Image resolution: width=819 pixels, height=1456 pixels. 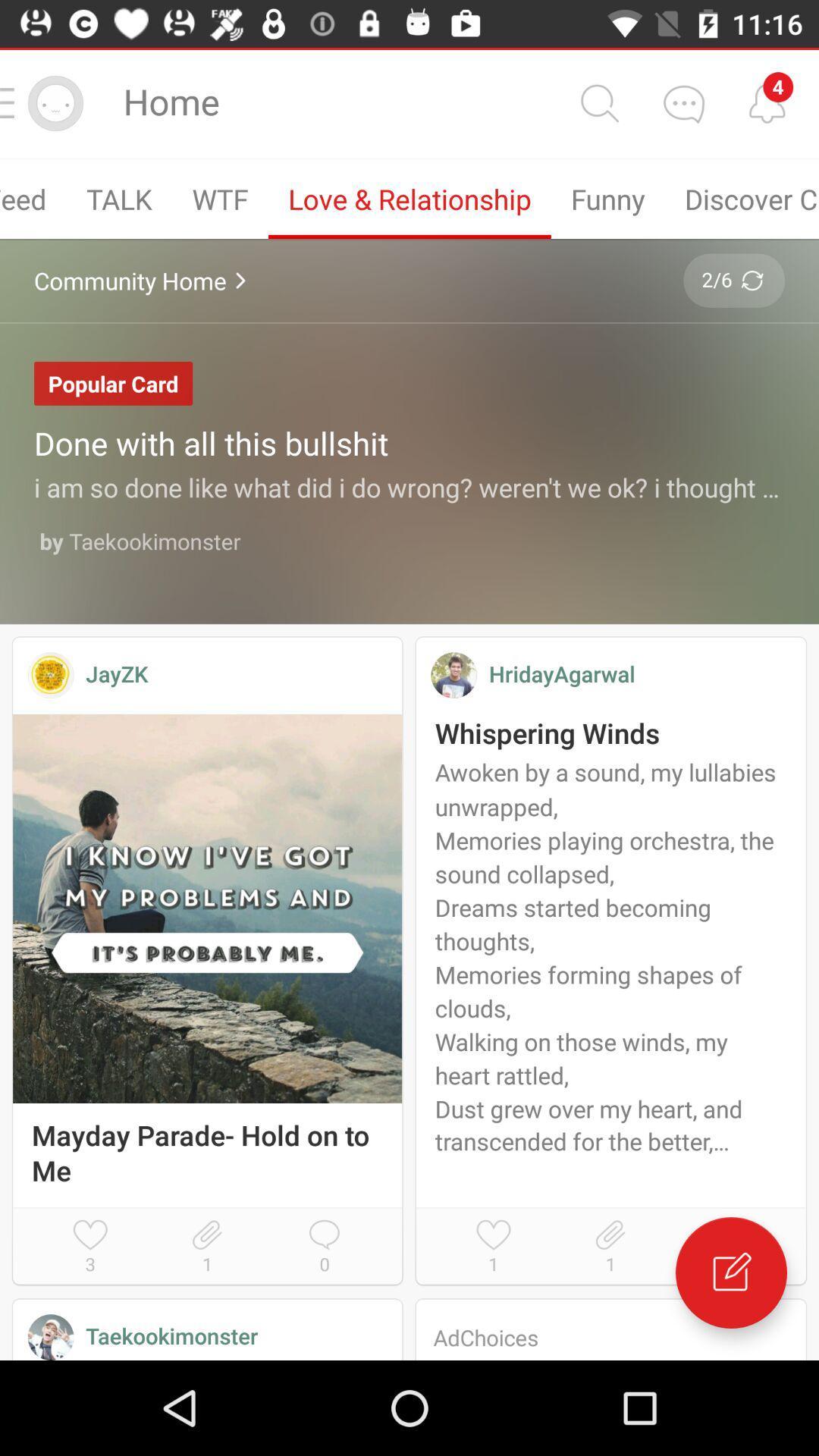 I want to click on tap for notification, so click(x=767, y=102).